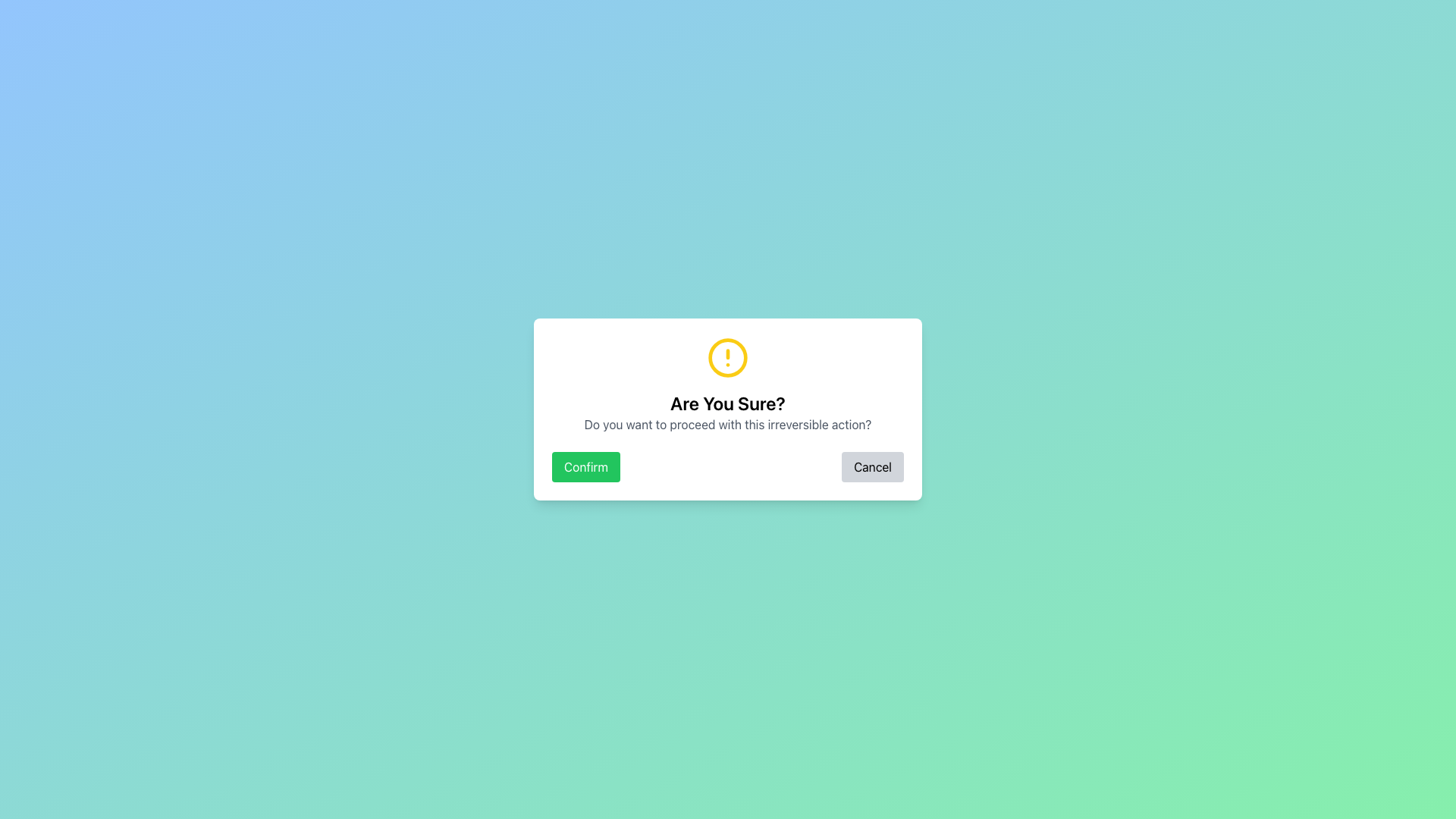 The image size is (1456, 819). What do you see at coordinates (728, 357) in the screenshot?
I see `the innermost circle of the alert icon located at the top-center of the confirmation dialog` at bounding box center [728, 357].